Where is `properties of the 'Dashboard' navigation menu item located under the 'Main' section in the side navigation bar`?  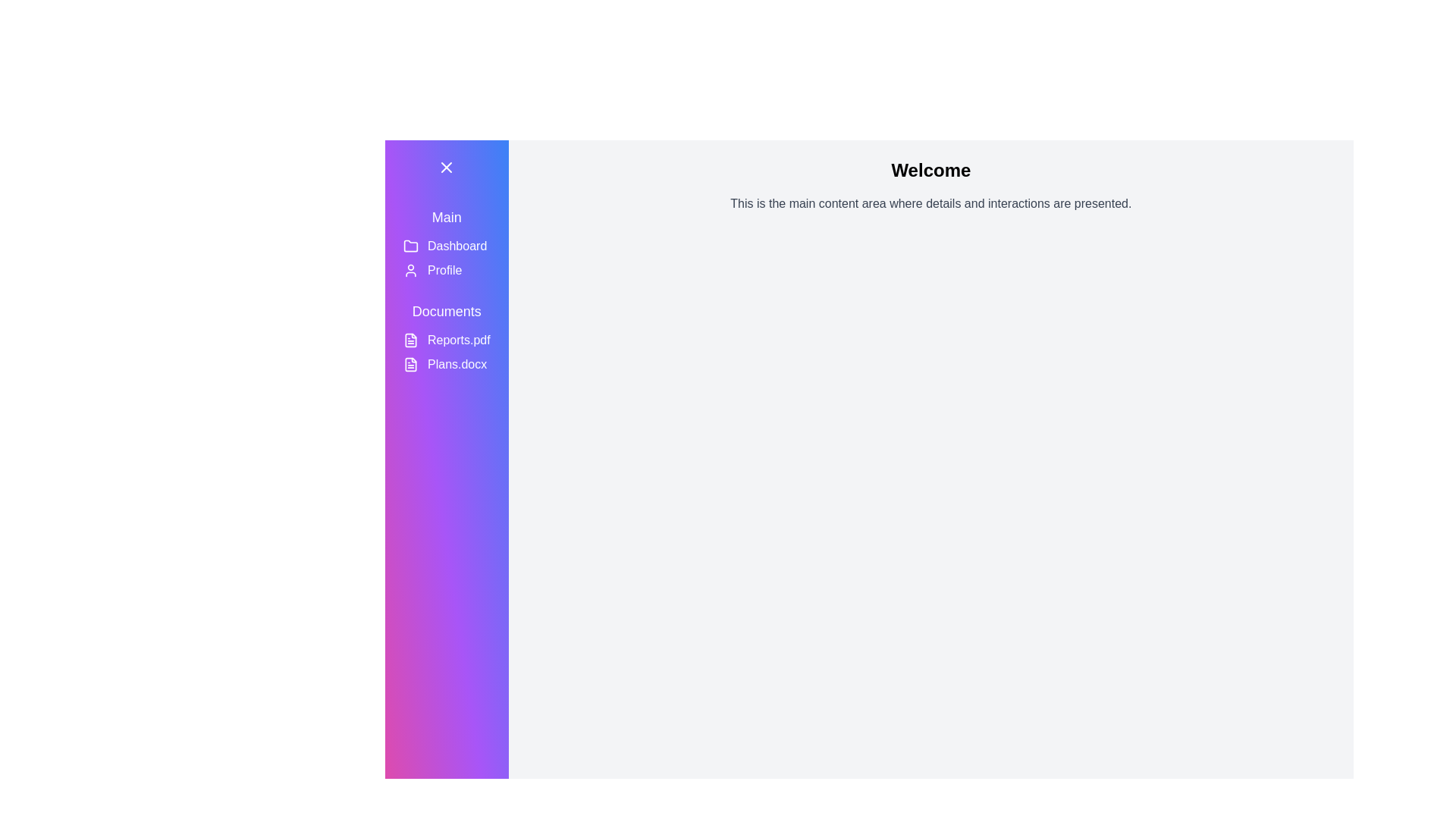
properties of the 'Dashboard' navigation menu item located under the 'Main' section in the side navigation bar is located at coordinates (446, 244).